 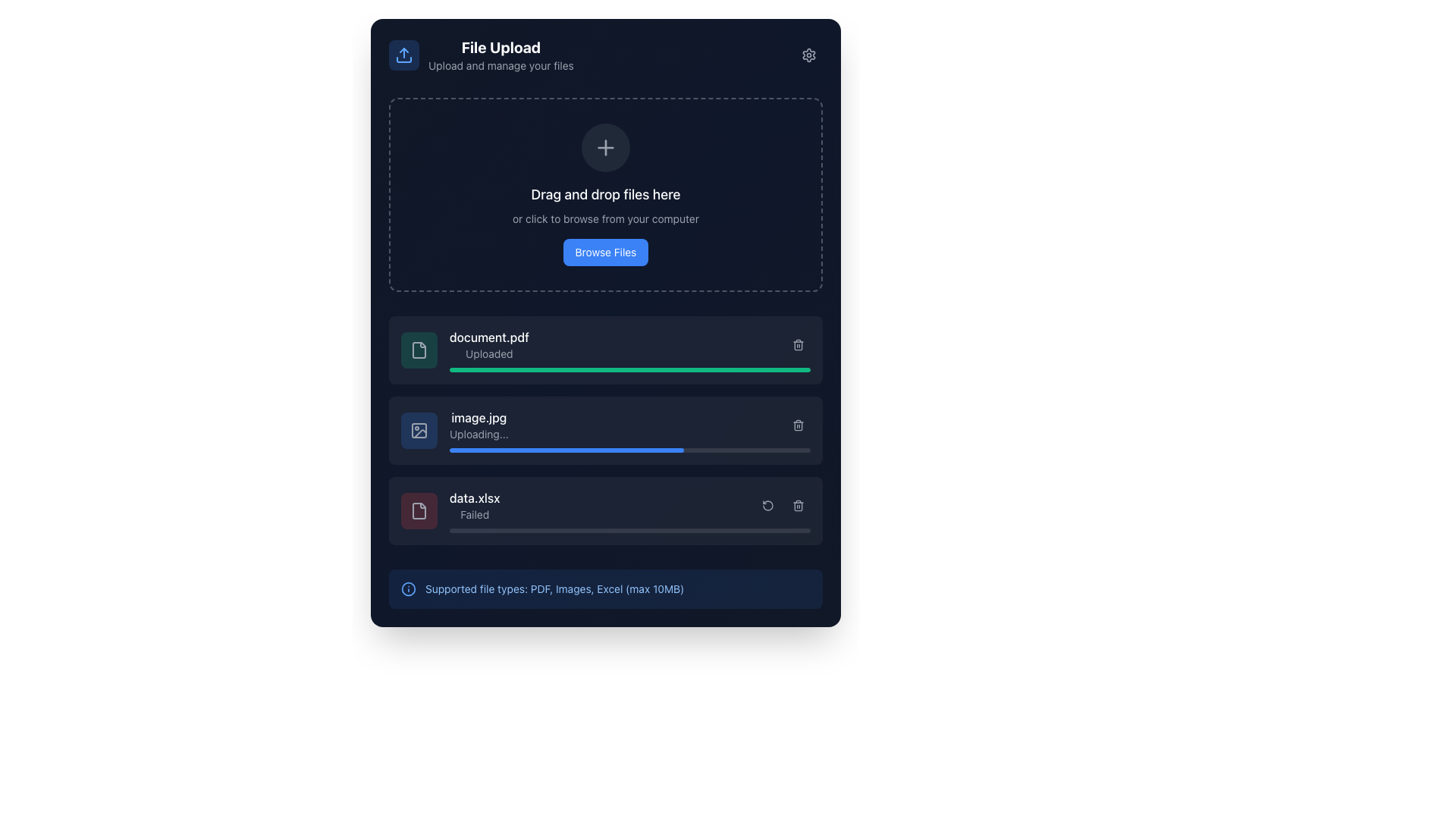 What do you see at coordinates (797, 426) in the screenshot?
I see `the trash bin icon located in the top-right section of the interface to trigger a delete action` at bounding box center [797, 426].